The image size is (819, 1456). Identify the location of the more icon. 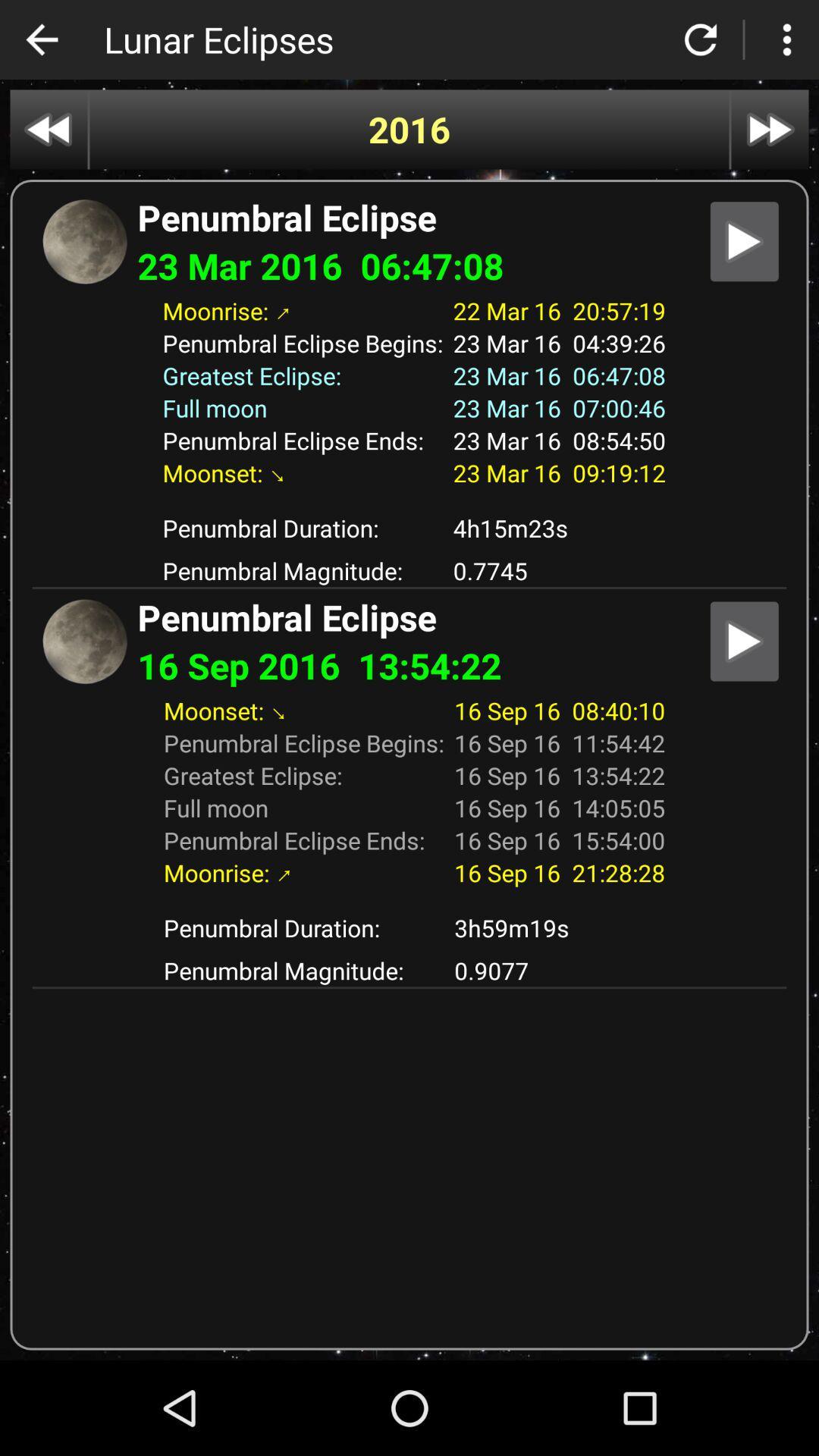
(786, 39).